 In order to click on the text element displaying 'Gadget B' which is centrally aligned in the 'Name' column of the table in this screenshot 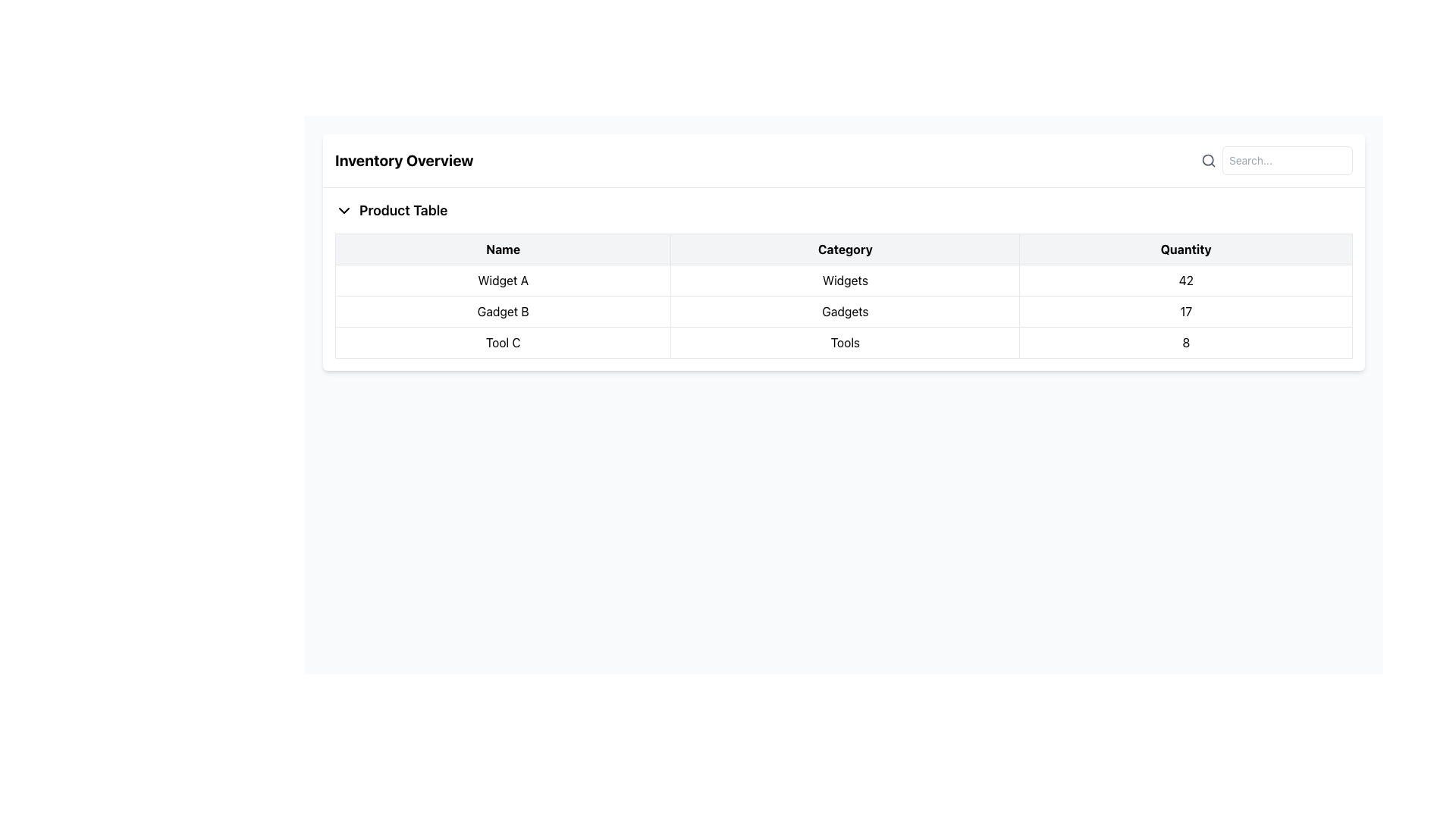, I will do `click(503, 311)`.